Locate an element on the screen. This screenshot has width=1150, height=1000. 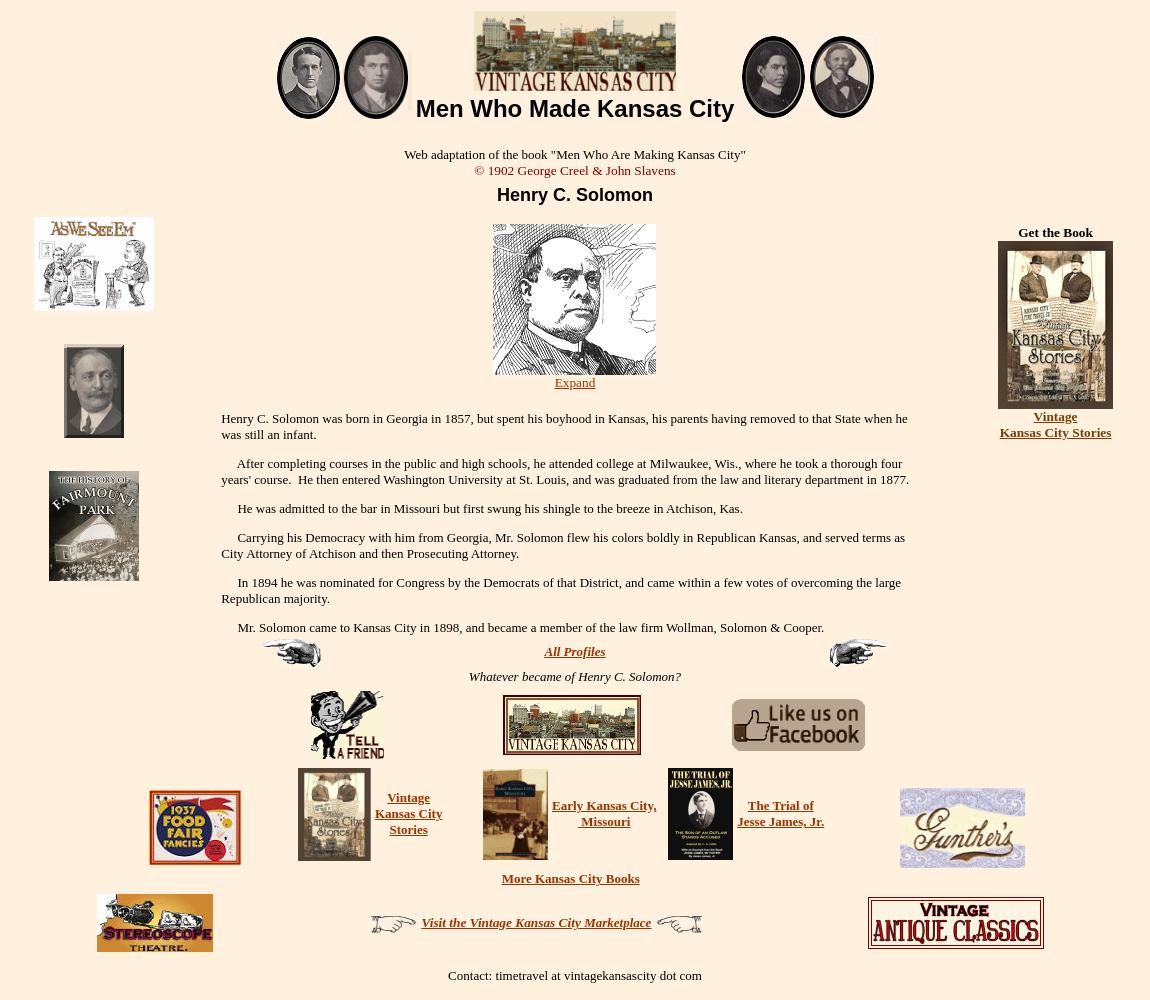
'Expand' is located at coordinates (553, 381).